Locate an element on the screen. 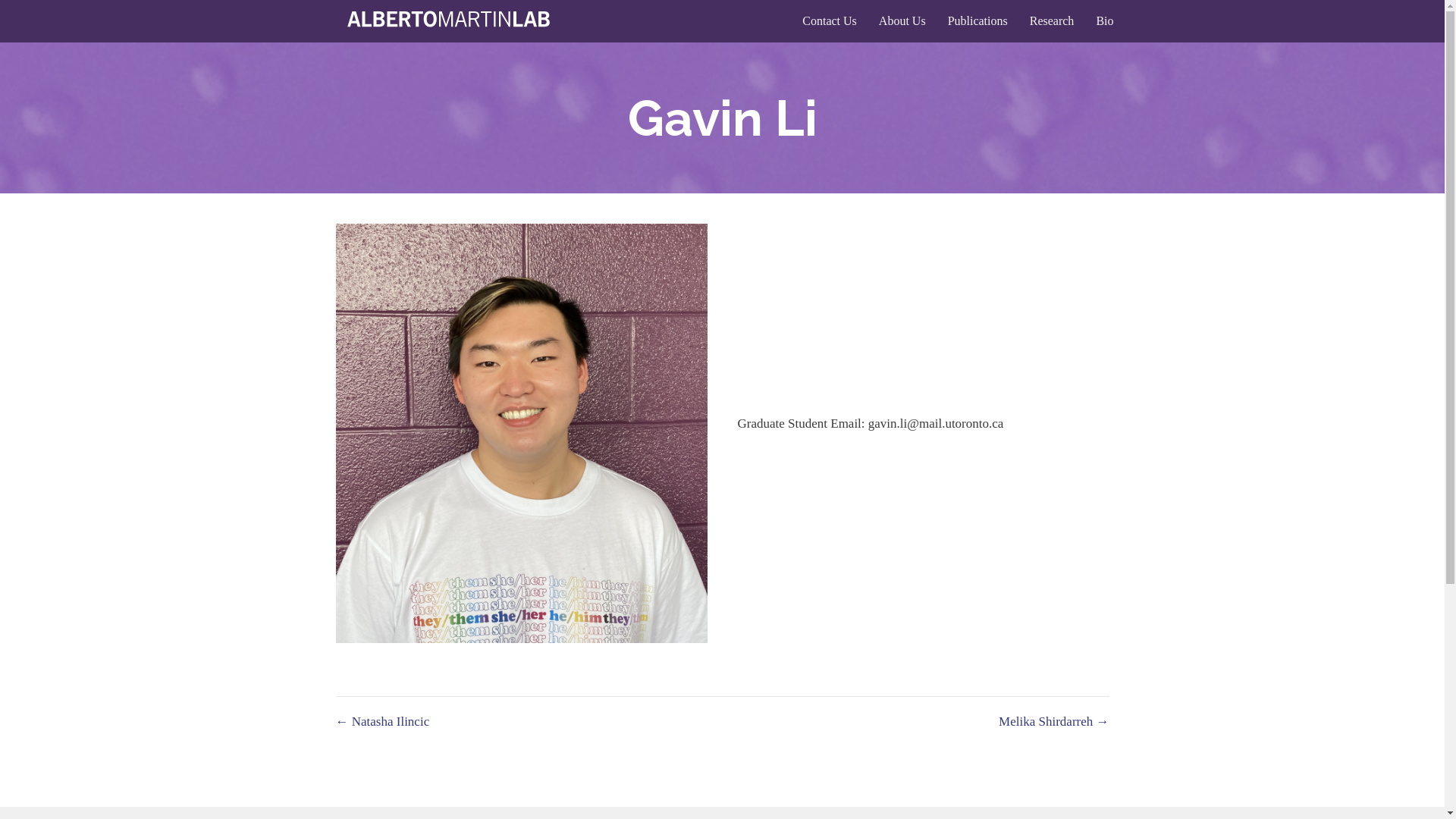  'Bio' is located at coordinates (1104, 20).